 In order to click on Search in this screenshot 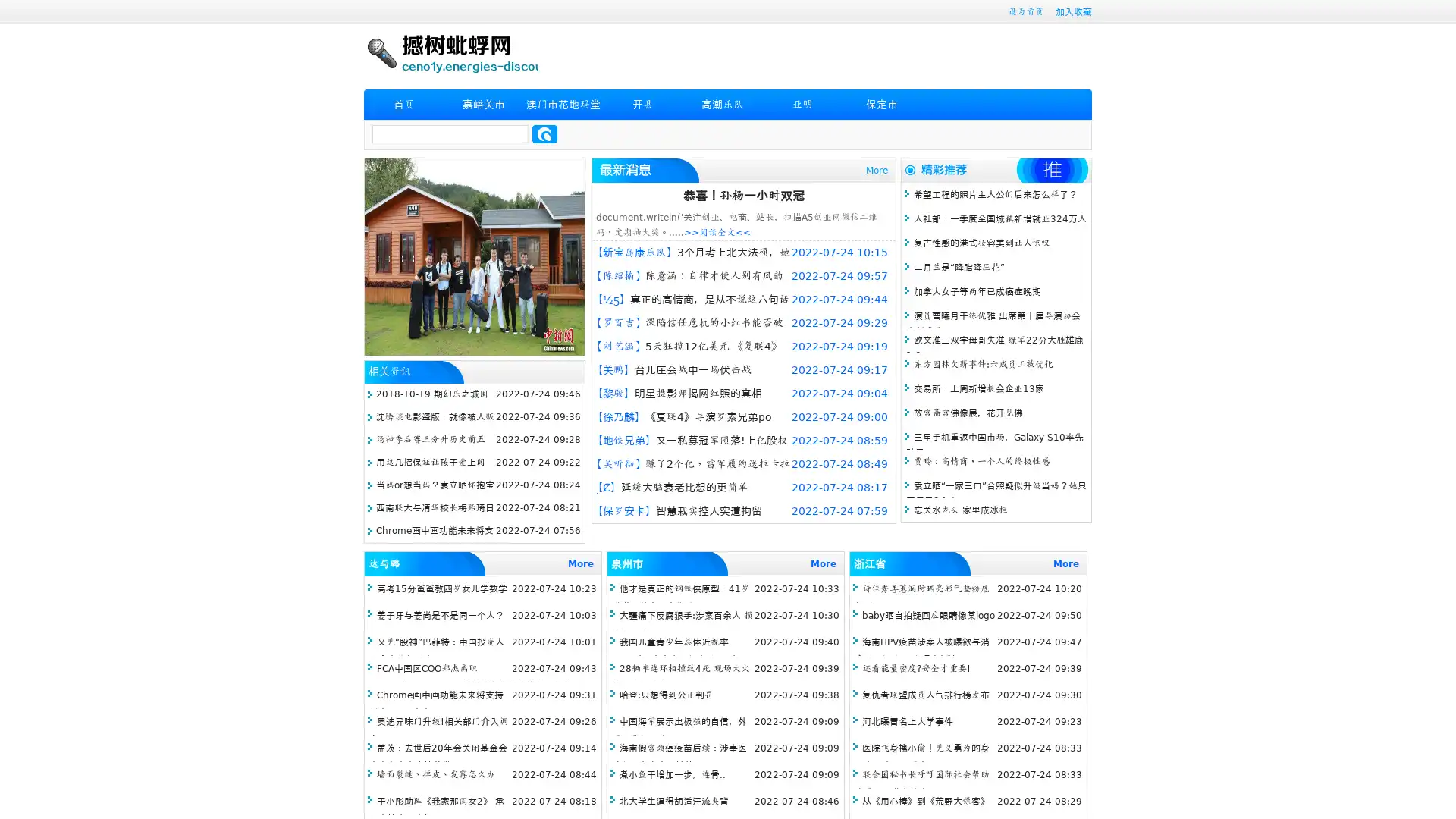, I will do `click(544, 133)`.